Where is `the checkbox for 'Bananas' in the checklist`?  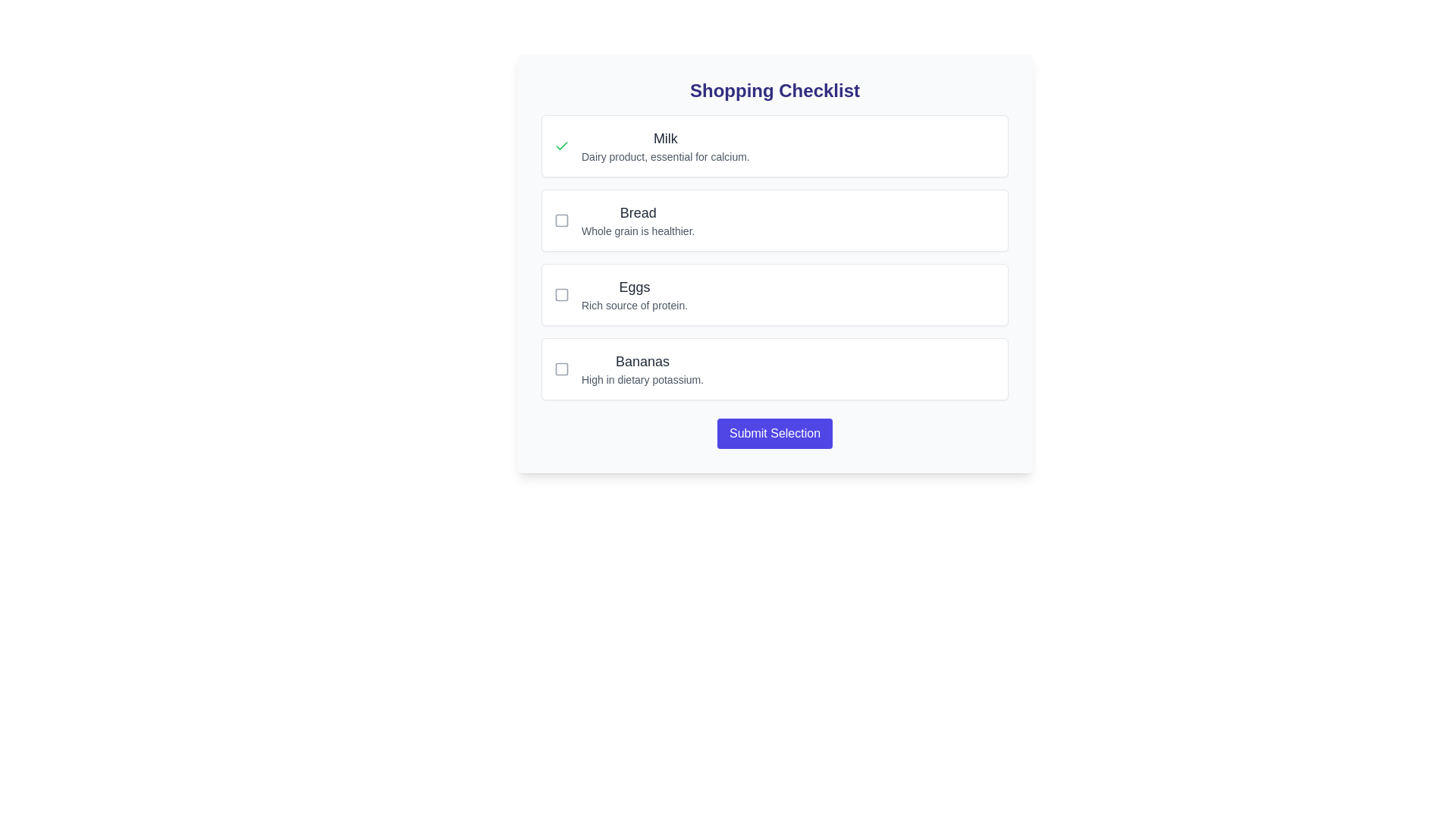 the checkbox for 'Bananas' in the checklist is located at coordinates (629, 369).